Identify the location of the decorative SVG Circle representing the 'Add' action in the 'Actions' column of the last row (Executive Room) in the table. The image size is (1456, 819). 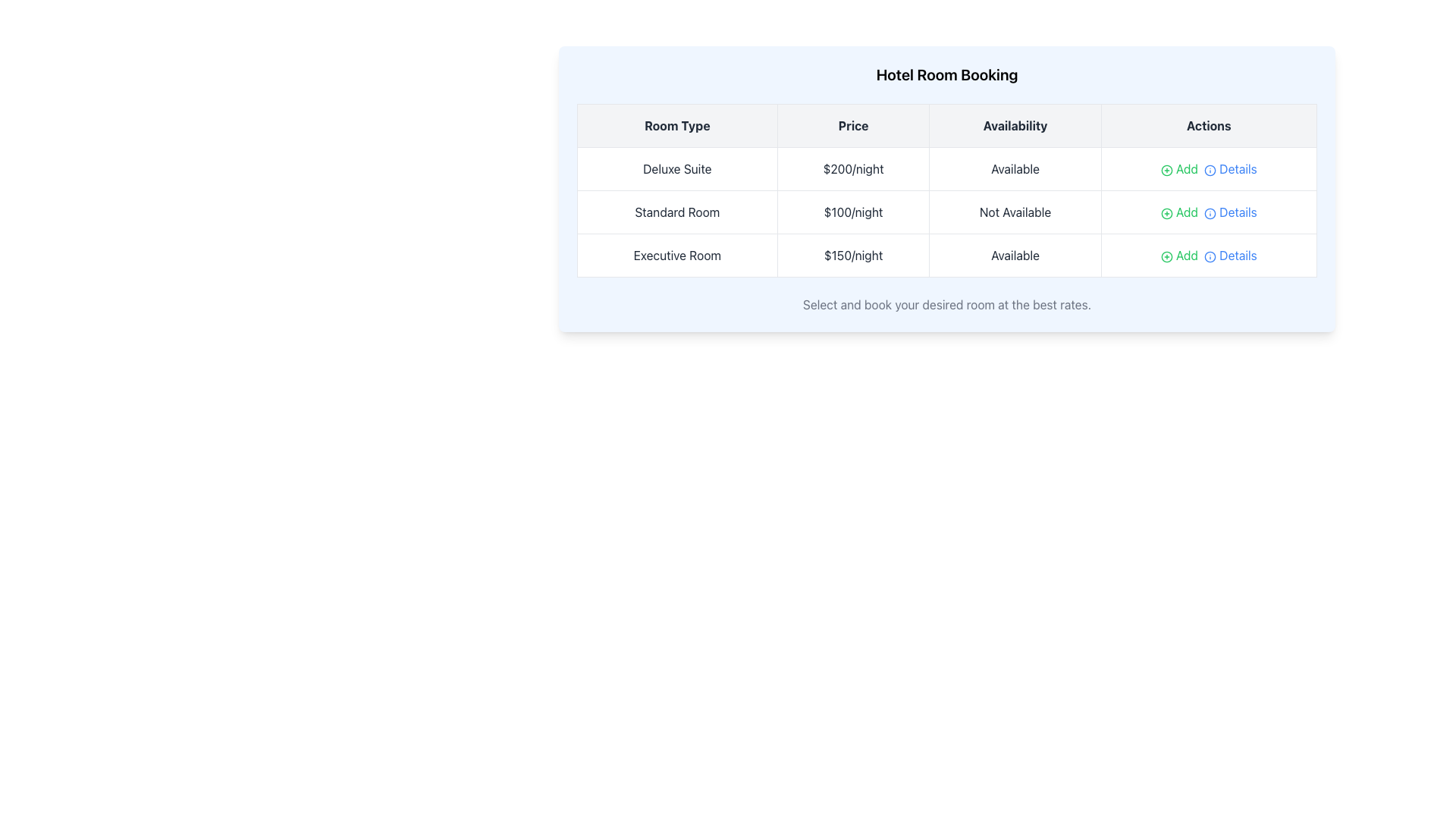
(1166, 256).